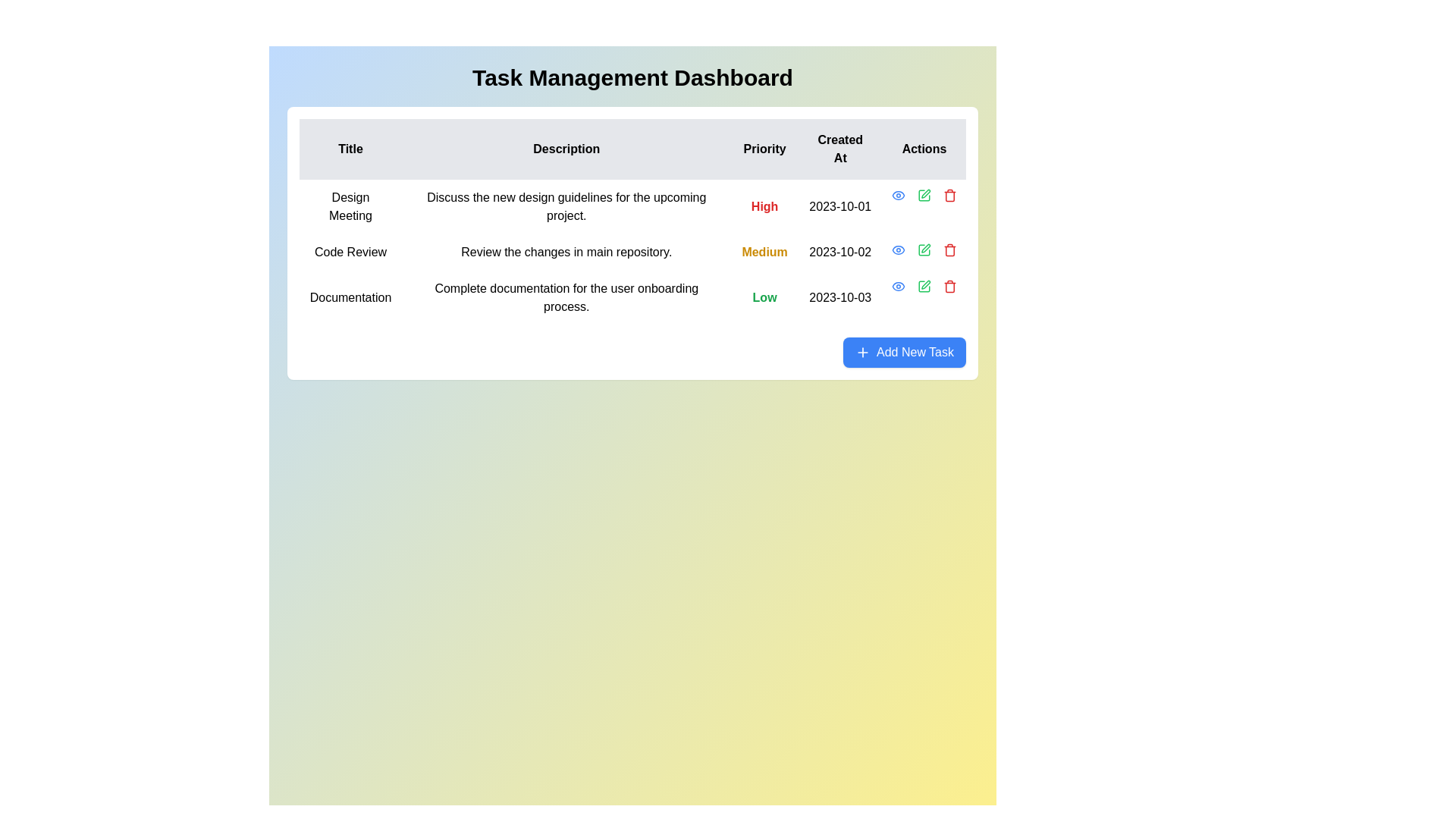 The width and height of the screenshot is (1456, 819). Describe the element at coordinates (764, 298) in the screenshot. I see `the 'Low' priority text label in the last row of the table, which indicates the priority level for the associated task 'Documentation.'` at that location.